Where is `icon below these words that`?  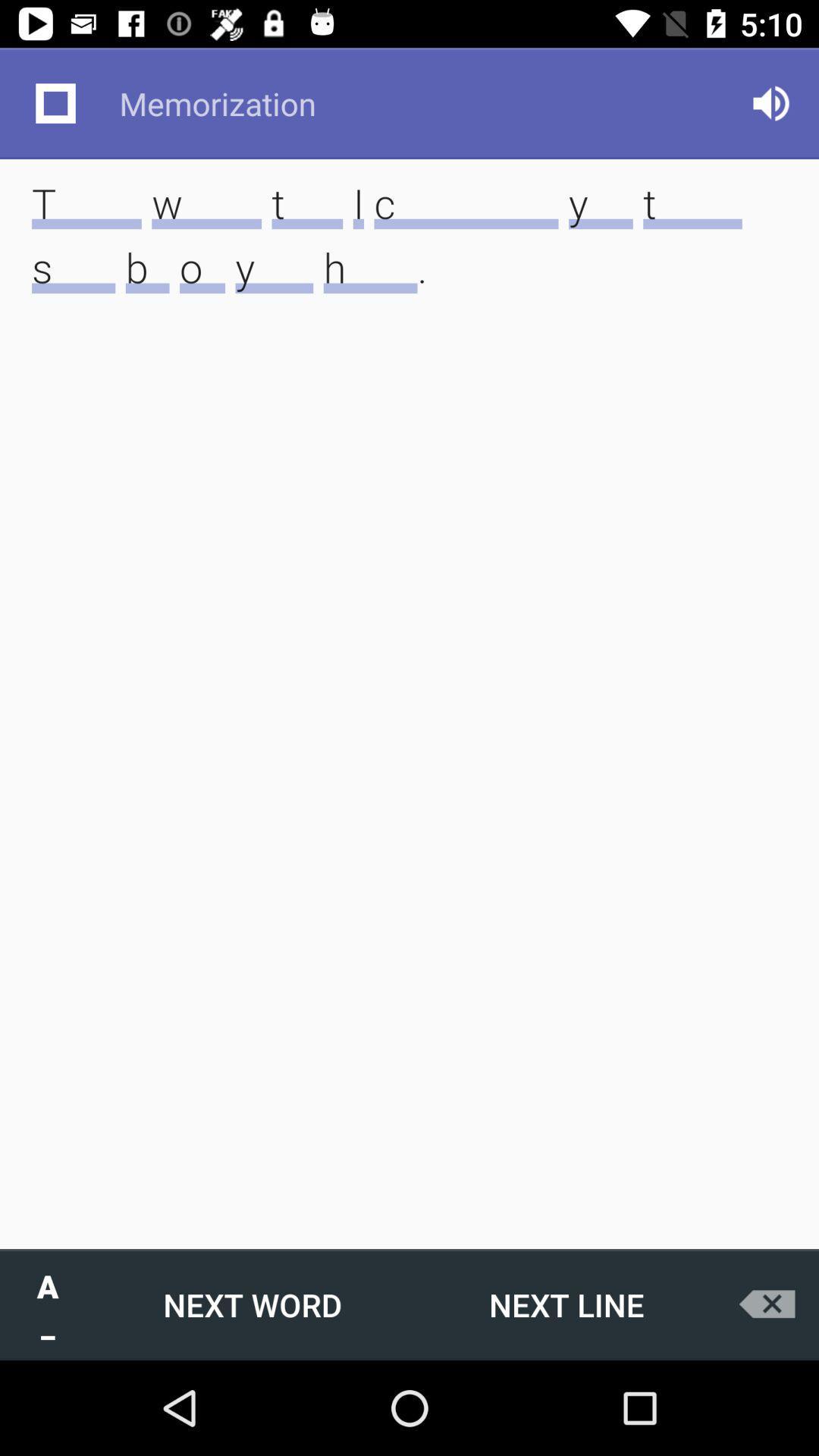
icon below these words that is located at coordinates (566, 1304).